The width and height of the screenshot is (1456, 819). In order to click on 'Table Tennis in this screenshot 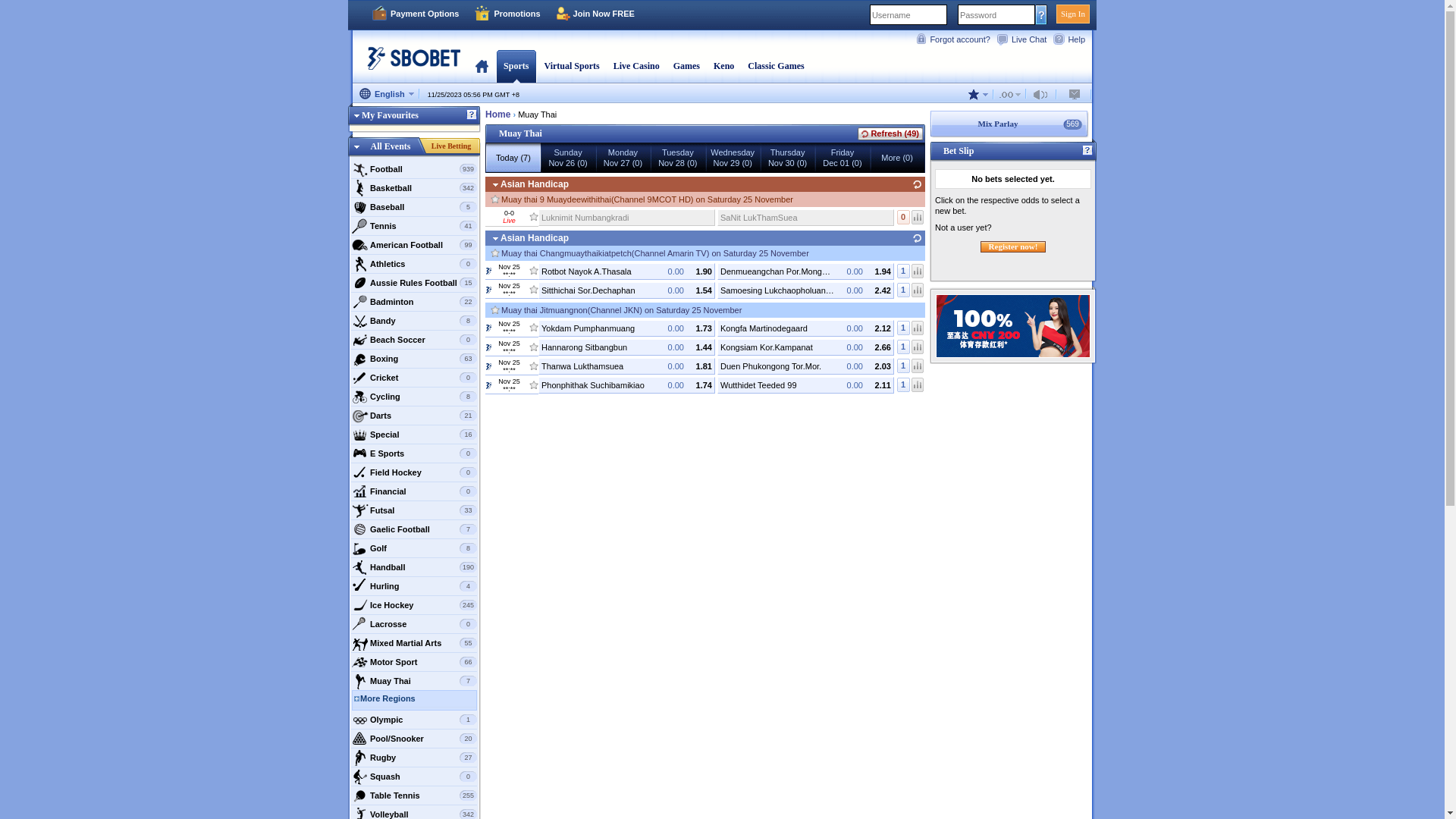, I will do `click(414, 795)`.